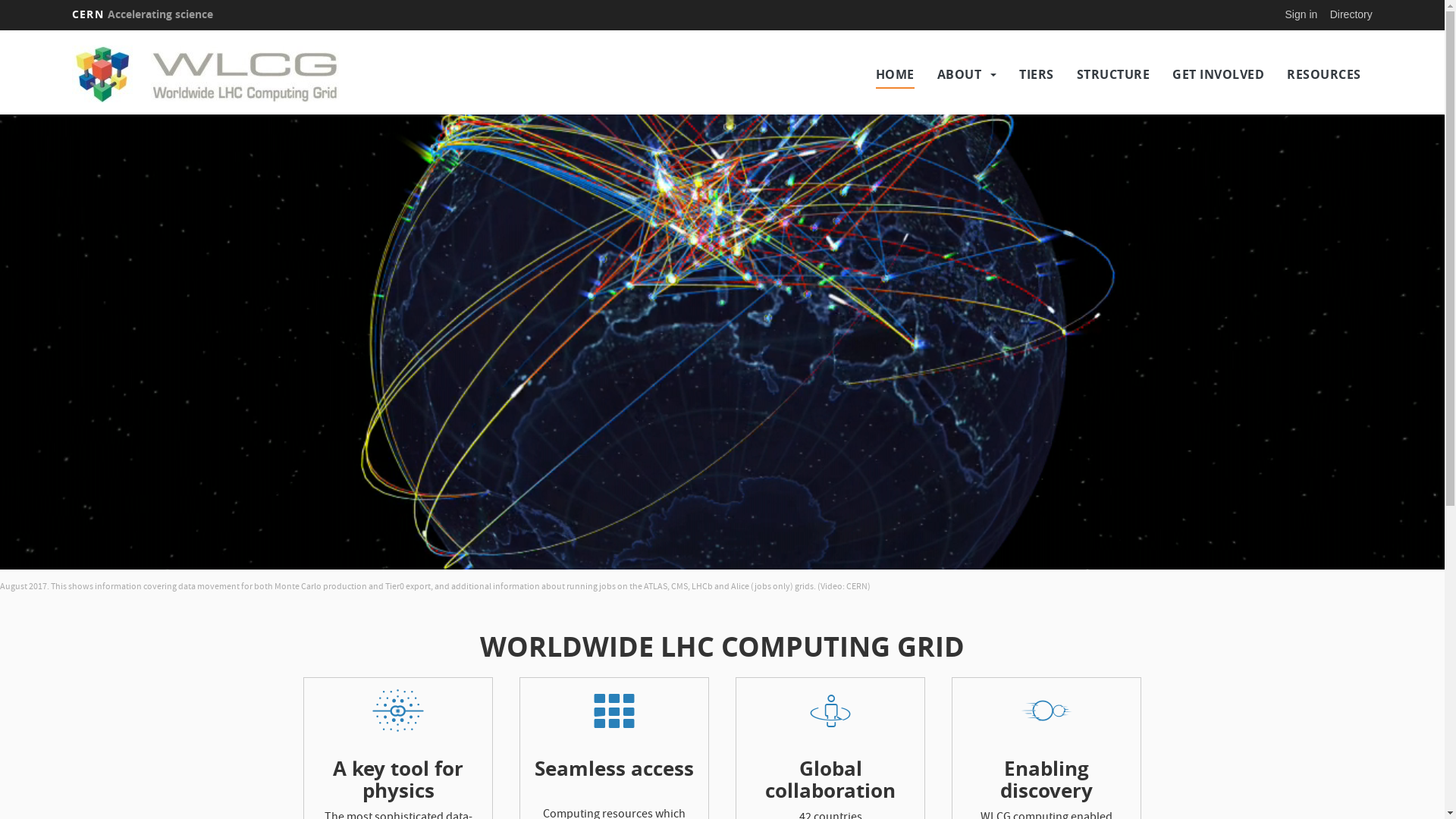  What do you see at coordinates (1218, 74) in the screenshot?
I see `'GET INVOLVED'` at bounding box center [1218, 74].